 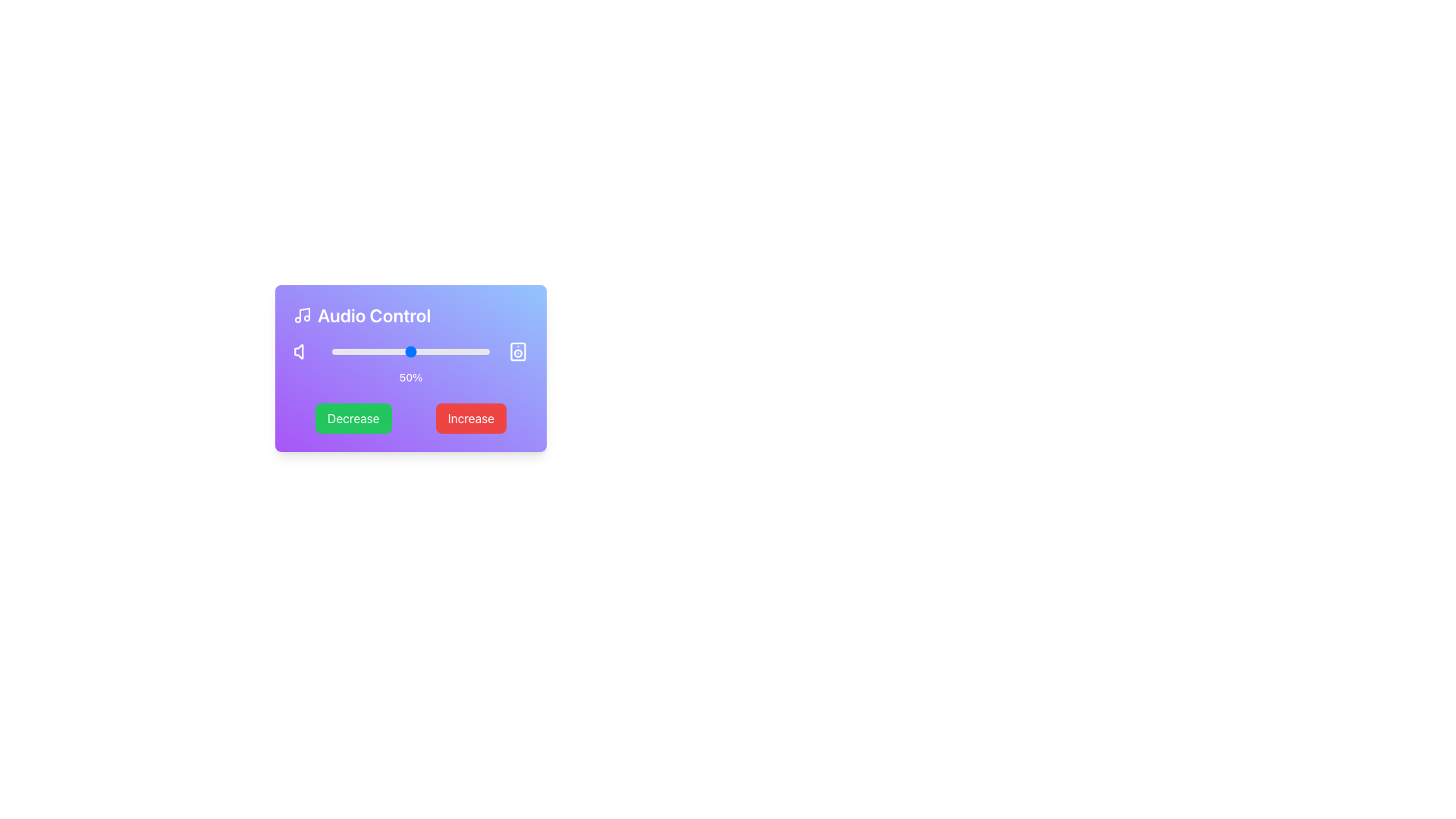 I want to click on volume, so click(x=482, y=351).